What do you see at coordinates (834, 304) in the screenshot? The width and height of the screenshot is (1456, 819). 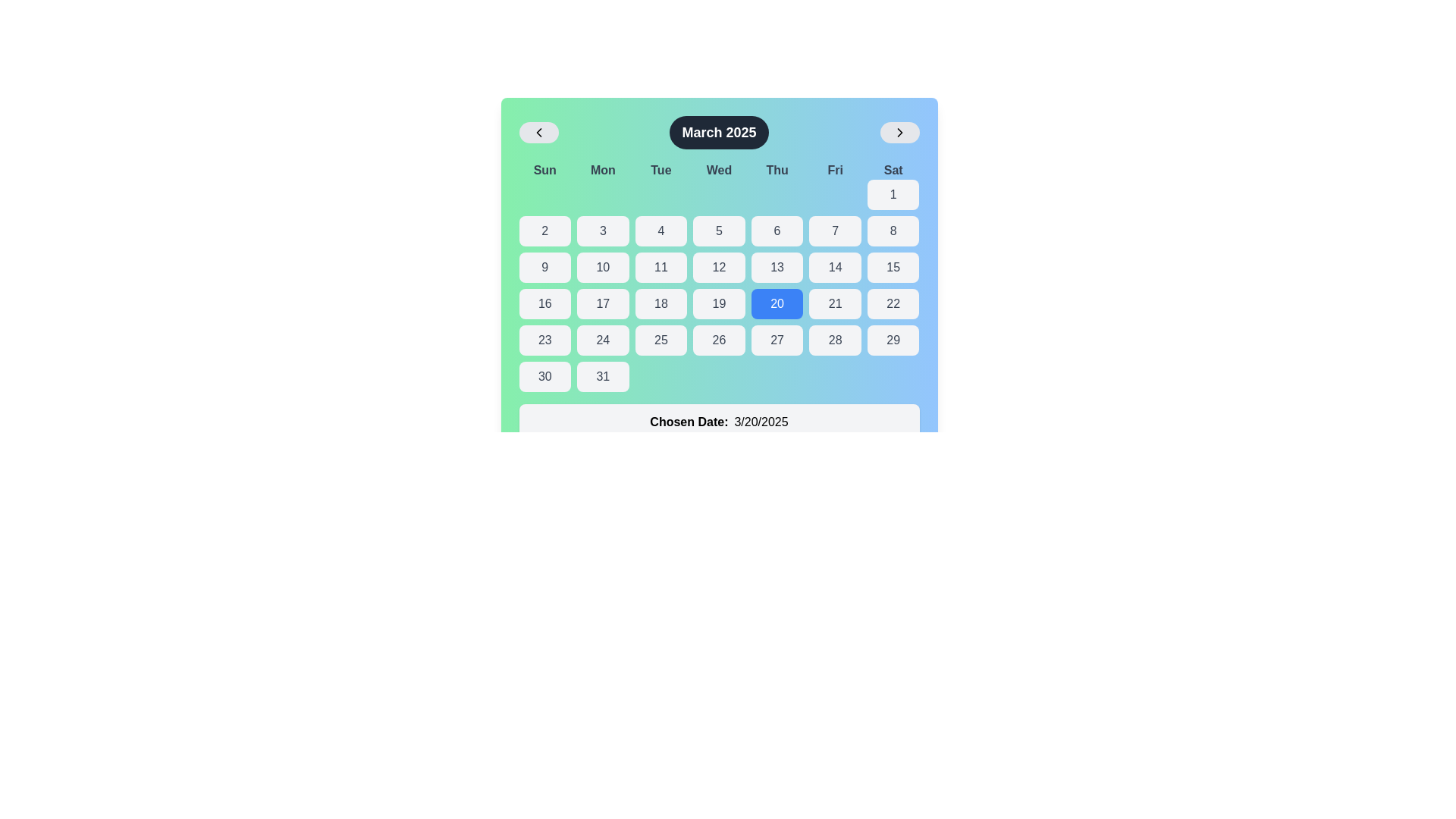 I see `the rounded rectangular button displaying the number '21' in dark gray text, located in the sixth column of the fourth row of a 7x6 grid layout on the March 2025 calendar interface` at bounding box center [834, 304].